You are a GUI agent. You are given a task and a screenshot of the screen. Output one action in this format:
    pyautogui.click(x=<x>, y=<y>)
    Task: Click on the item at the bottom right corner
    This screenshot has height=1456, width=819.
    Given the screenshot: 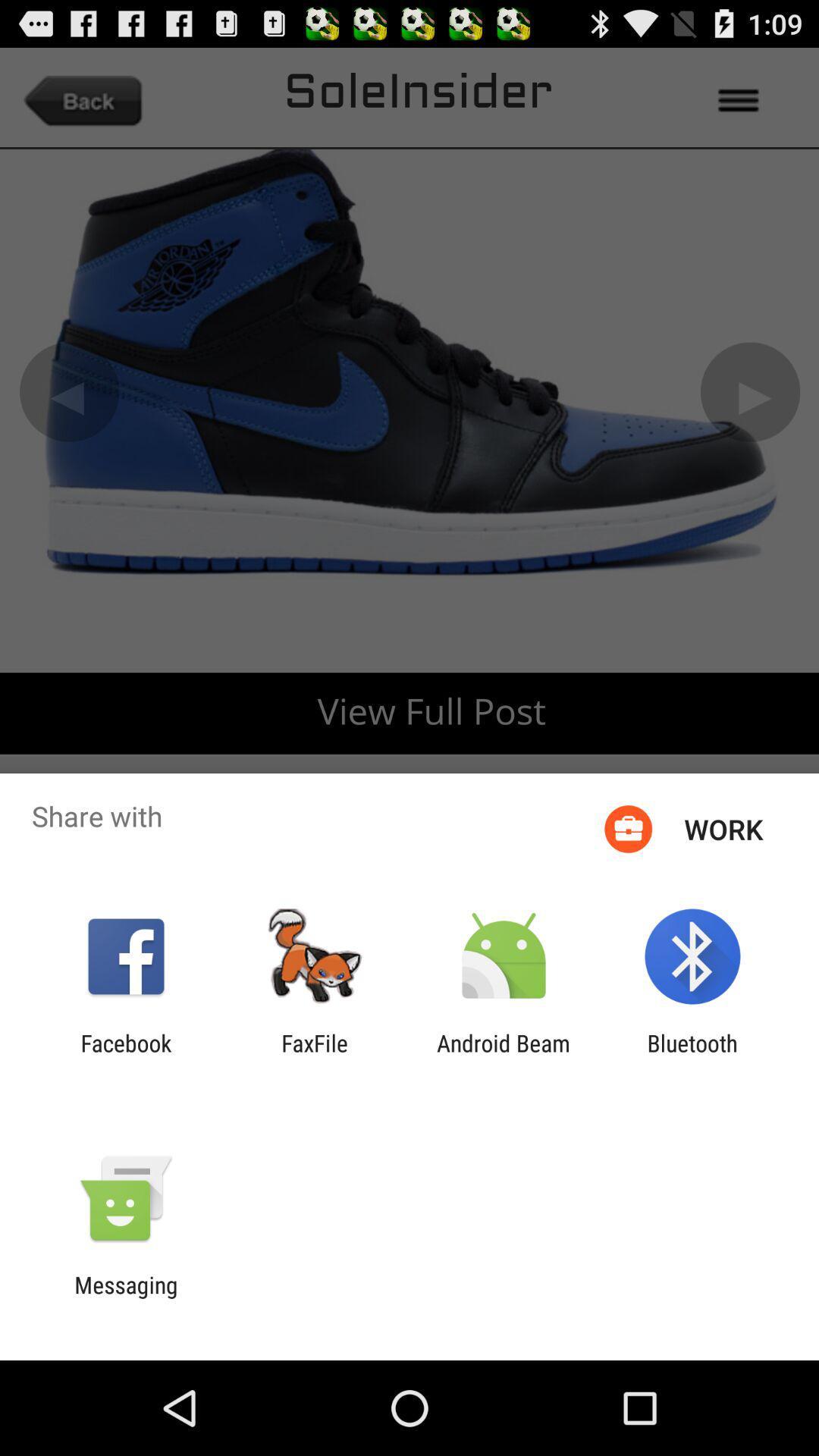 What is the action you would take?
    pyautogui.click(x=692, y=1056)
    